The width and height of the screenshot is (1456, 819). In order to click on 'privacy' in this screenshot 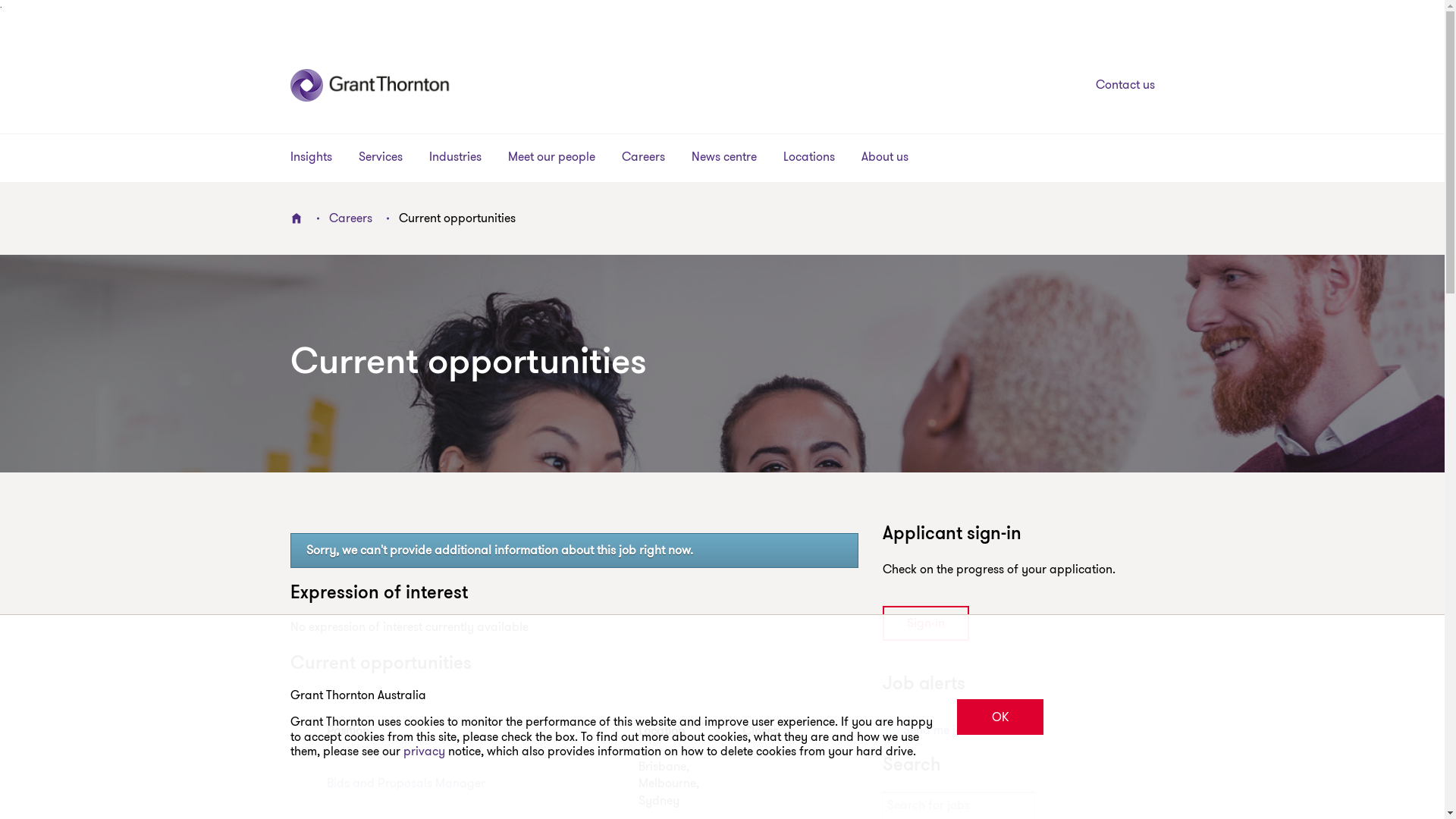, I will do `click(425, 751)`.